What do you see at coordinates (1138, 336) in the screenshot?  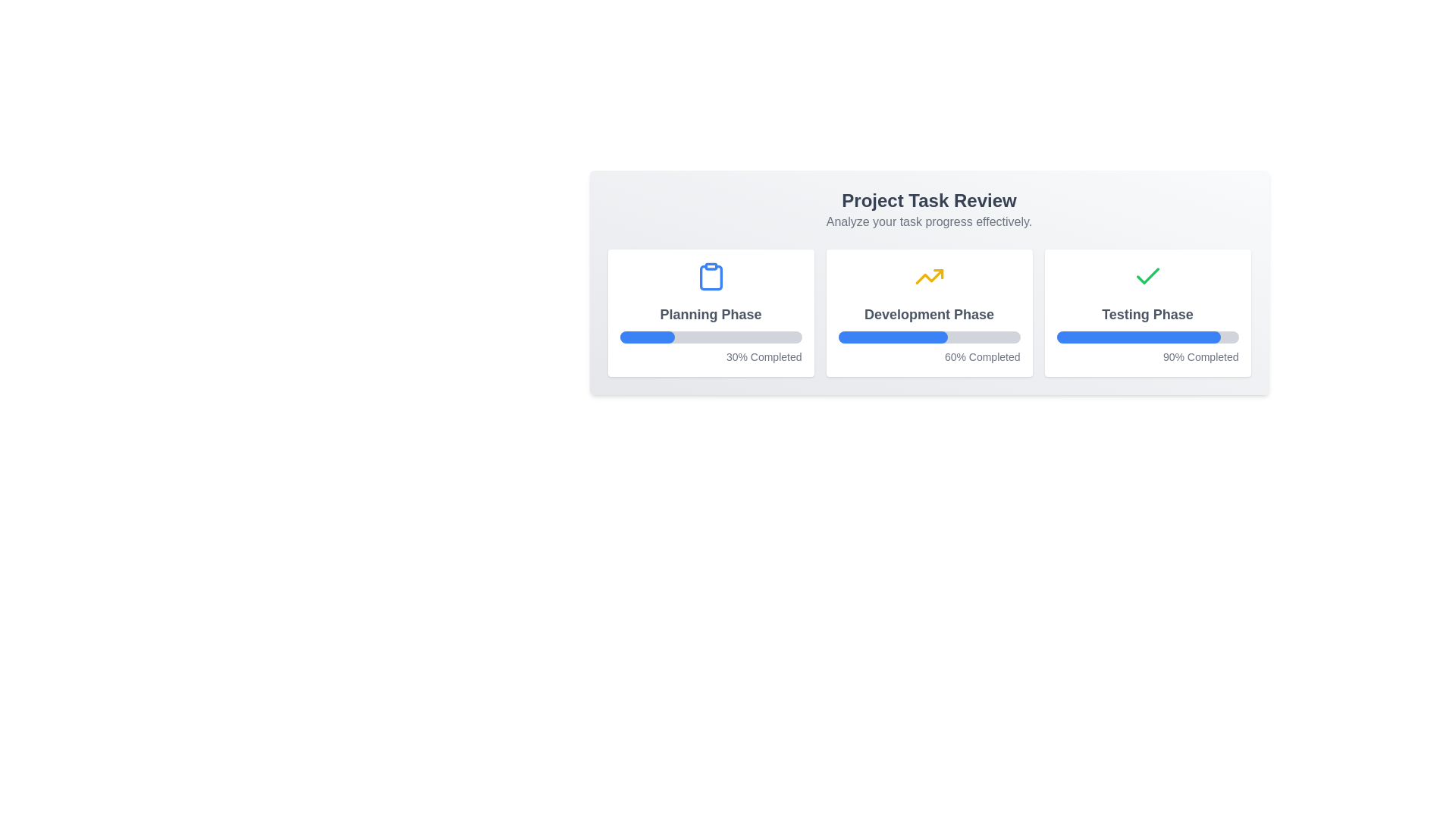 I see `the horizontal progress bar that is approximately 90% filled with a smooth blue color, located within the 'Testing Phase' card on the far right of the layout` at bounding box center [1138, 336].